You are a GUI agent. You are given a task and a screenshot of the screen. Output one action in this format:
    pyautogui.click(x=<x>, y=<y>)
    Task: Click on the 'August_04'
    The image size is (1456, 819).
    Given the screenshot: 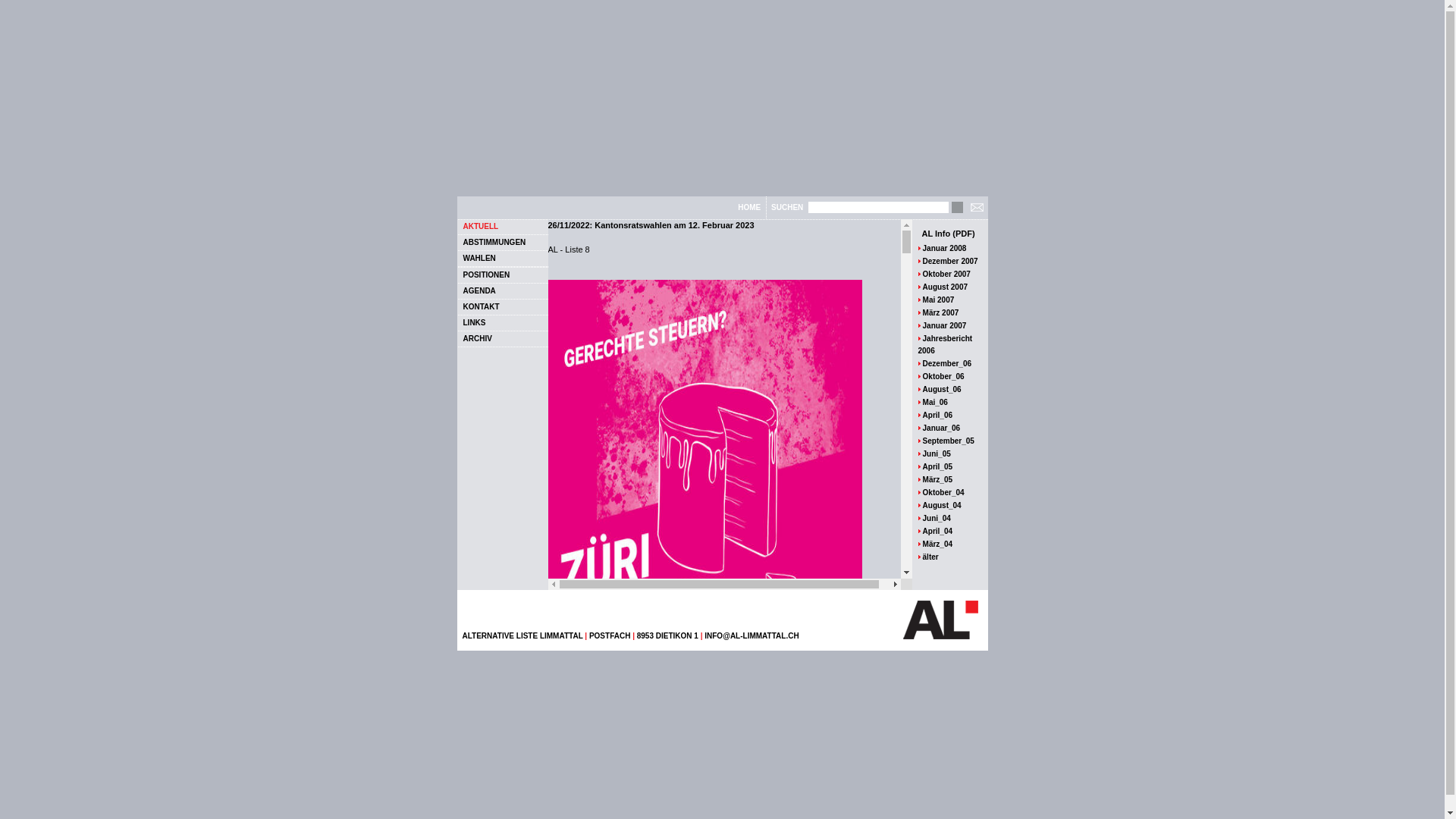 What is the action you would take?
    pyautogui.click(x=941, y=504)
    